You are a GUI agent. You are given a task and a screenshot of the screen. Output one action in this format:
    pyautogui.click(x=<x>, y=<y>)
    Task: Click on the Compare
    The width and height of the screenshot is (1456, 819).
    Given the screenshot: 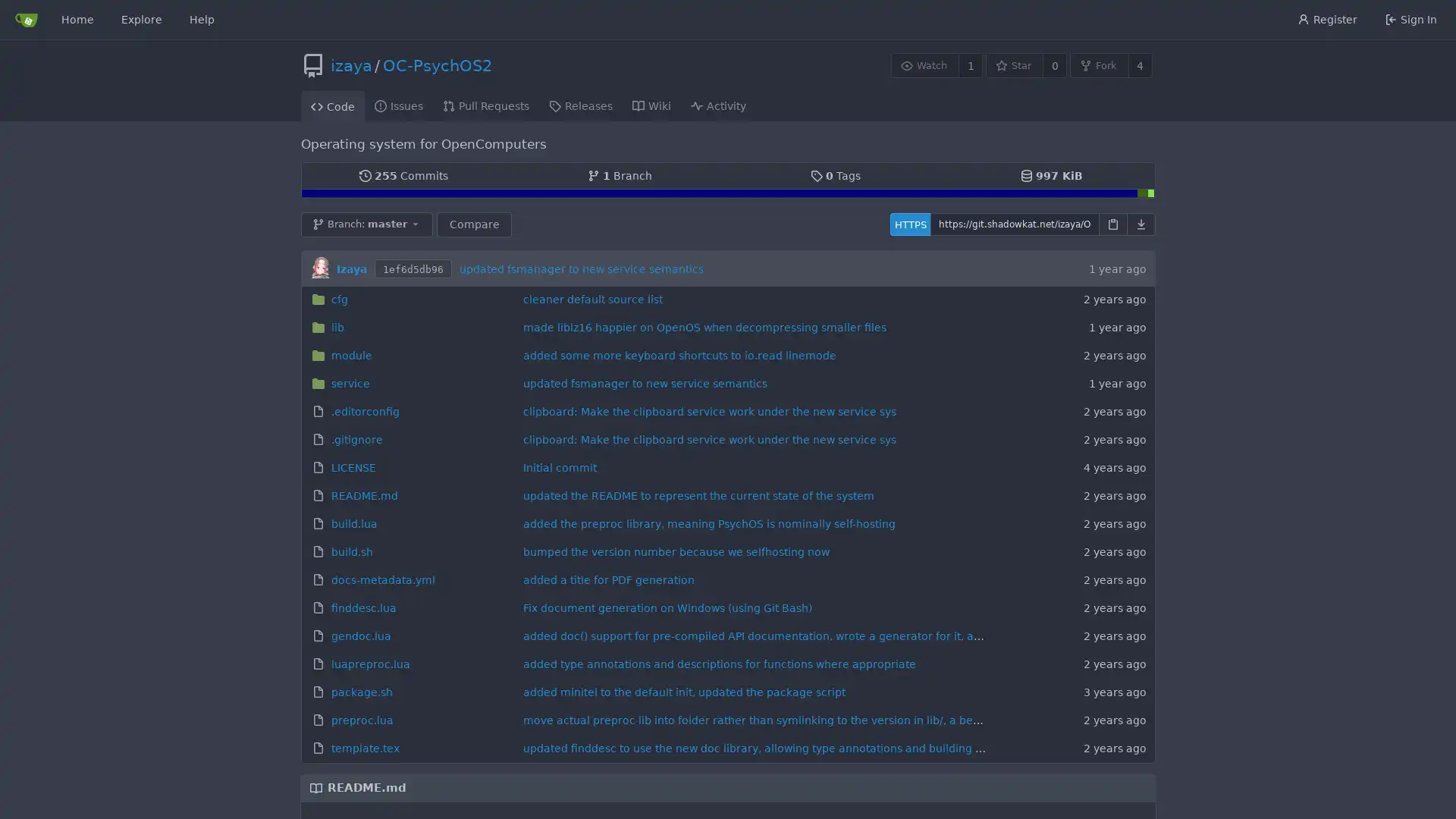 What is the action you would take?
    pyautogui.click(x=472, y=224)
    